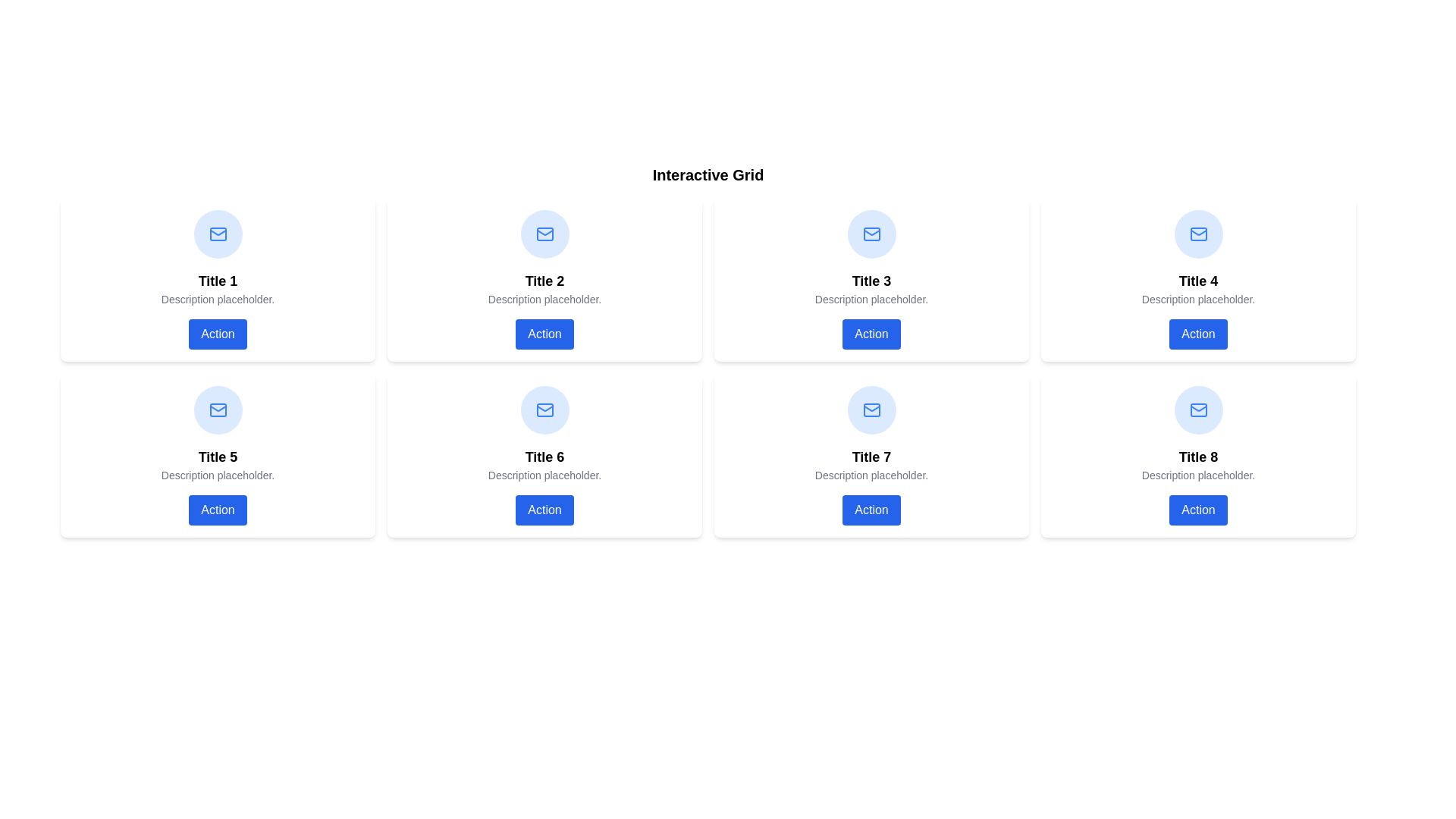  I want to click on the blue rectangular button labeled 'Action' located at the bottom-center of the card titled 'Title 7', so click(871, 510).